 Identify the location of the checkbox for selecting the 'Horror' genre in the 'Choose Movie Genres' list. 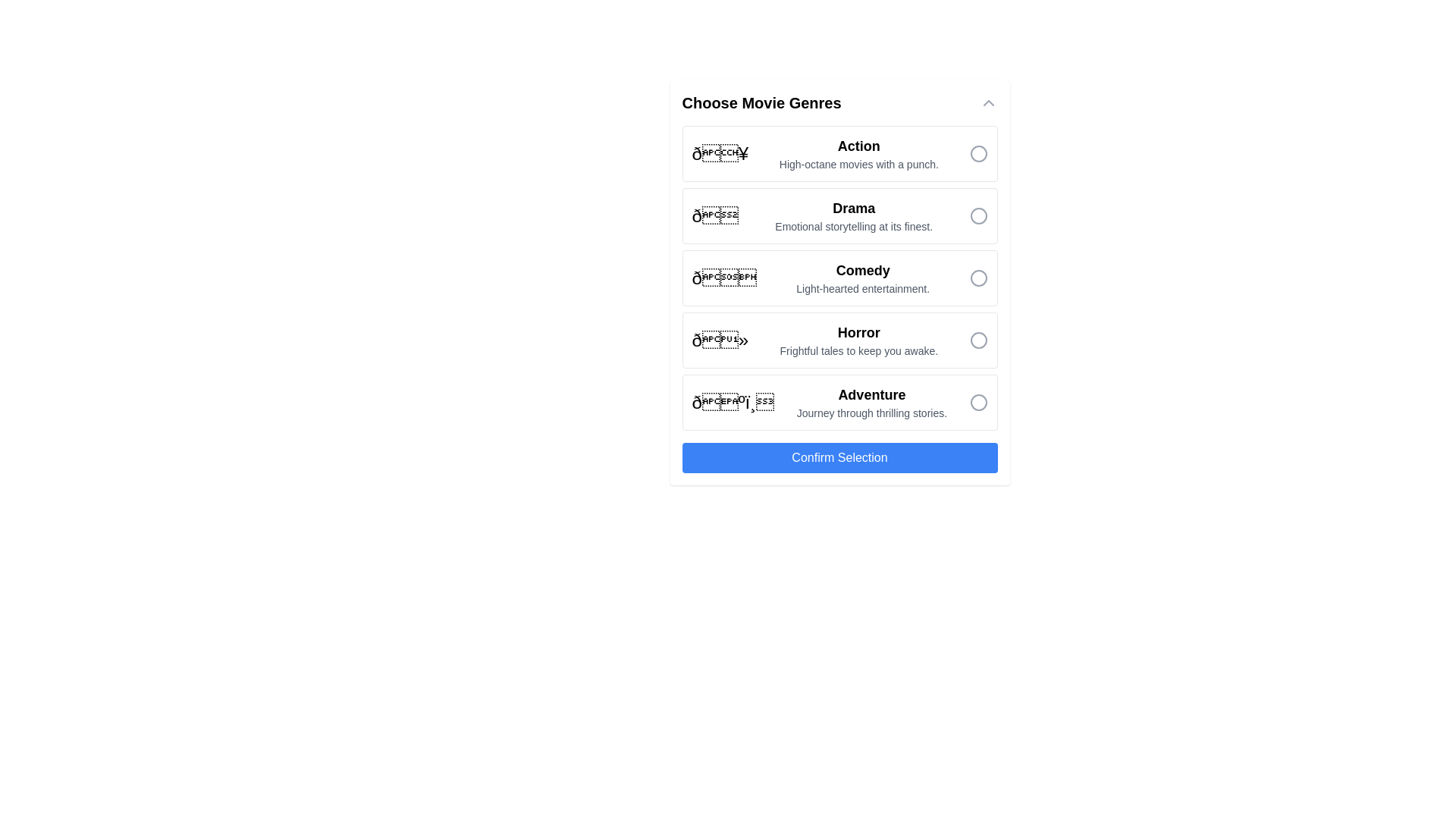
(978, 339).